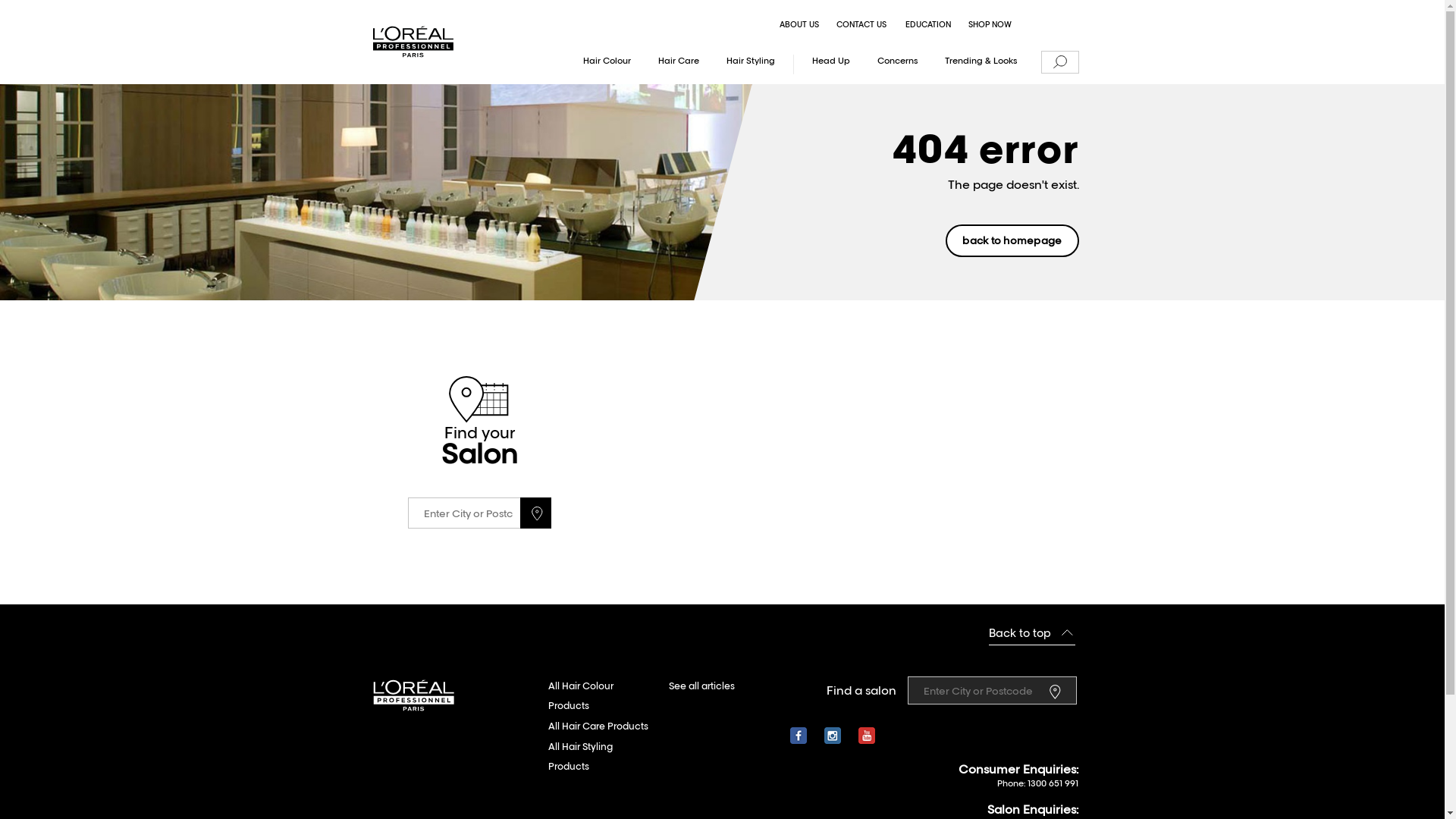 This screenshot has height=819, width=1456. What do you see at coordinates (600, 696) in the screenshot?
I see `'All Hair Colour Products'` at bounding box center [600, 696].